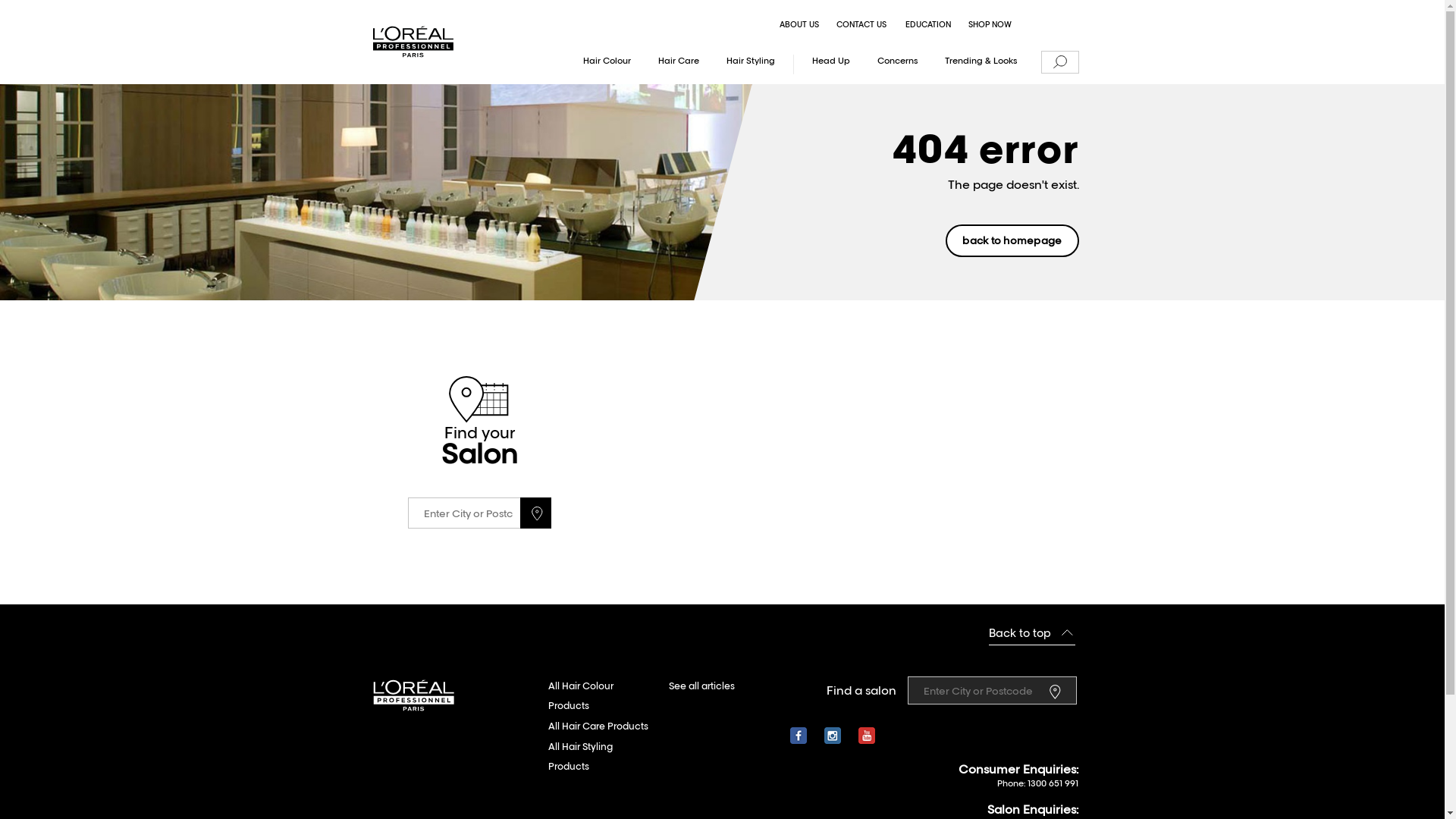 This screenshot has height=819, width=1456. What do you see at coordinates (600, 696) in the screenshot?
I see `'All Hair Colour Products'` at bounding box center [600, 696].